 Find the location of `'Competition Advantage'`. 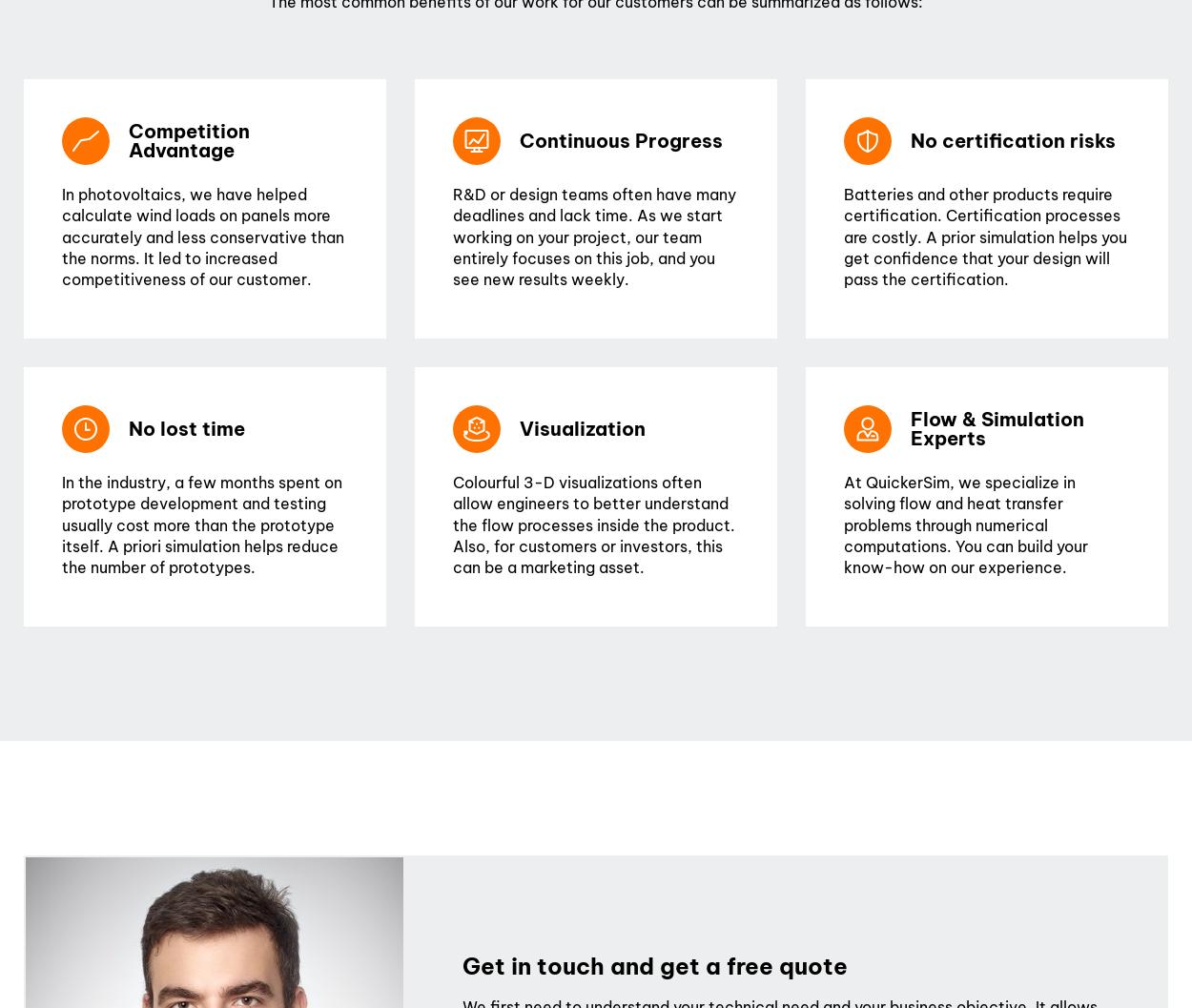

'Competition Advantage' is located at coordinates (188, 138).